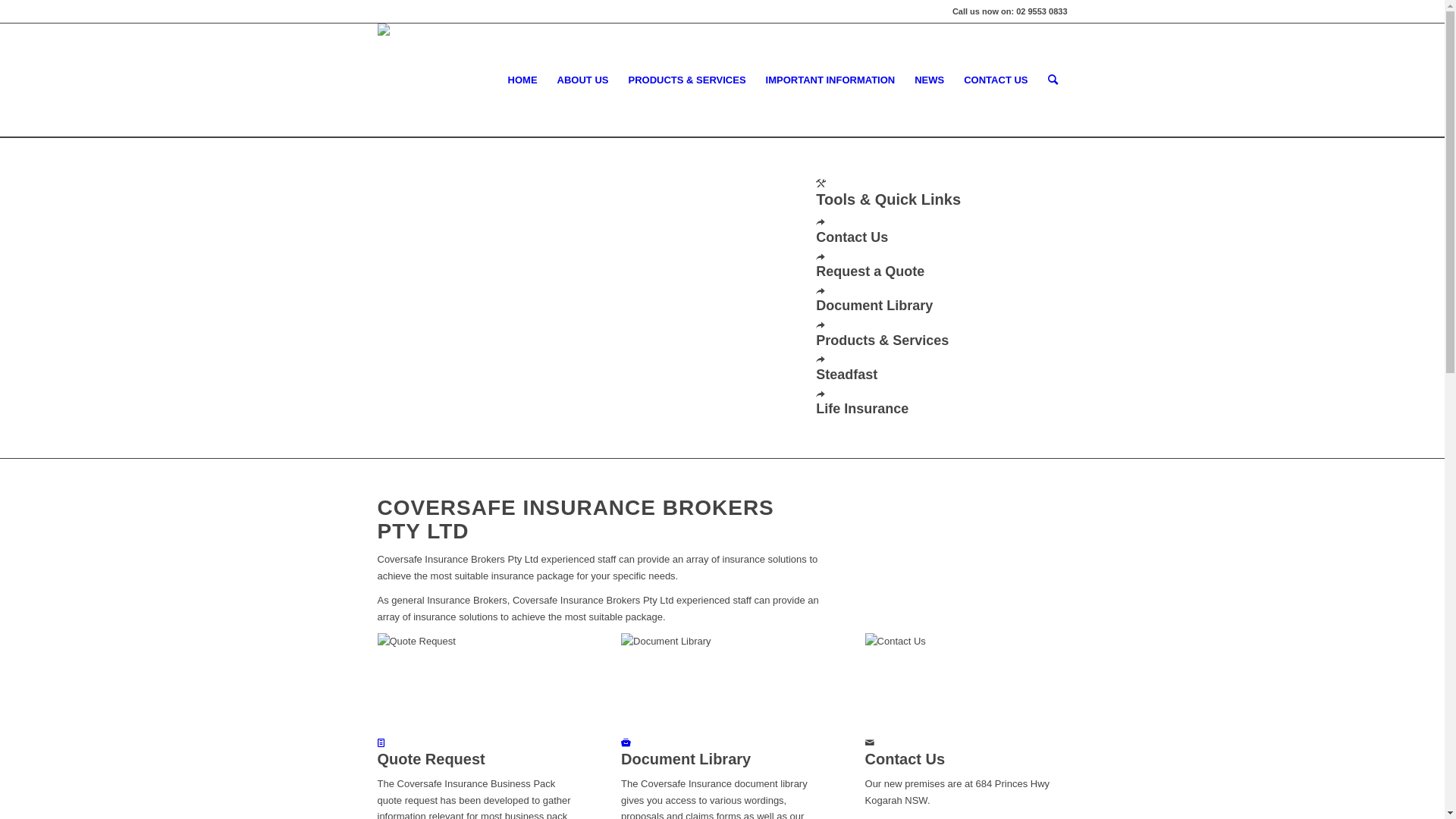 This screenshot has height=819, width=1456. I want to click on 'HOME', so click(522, 80).